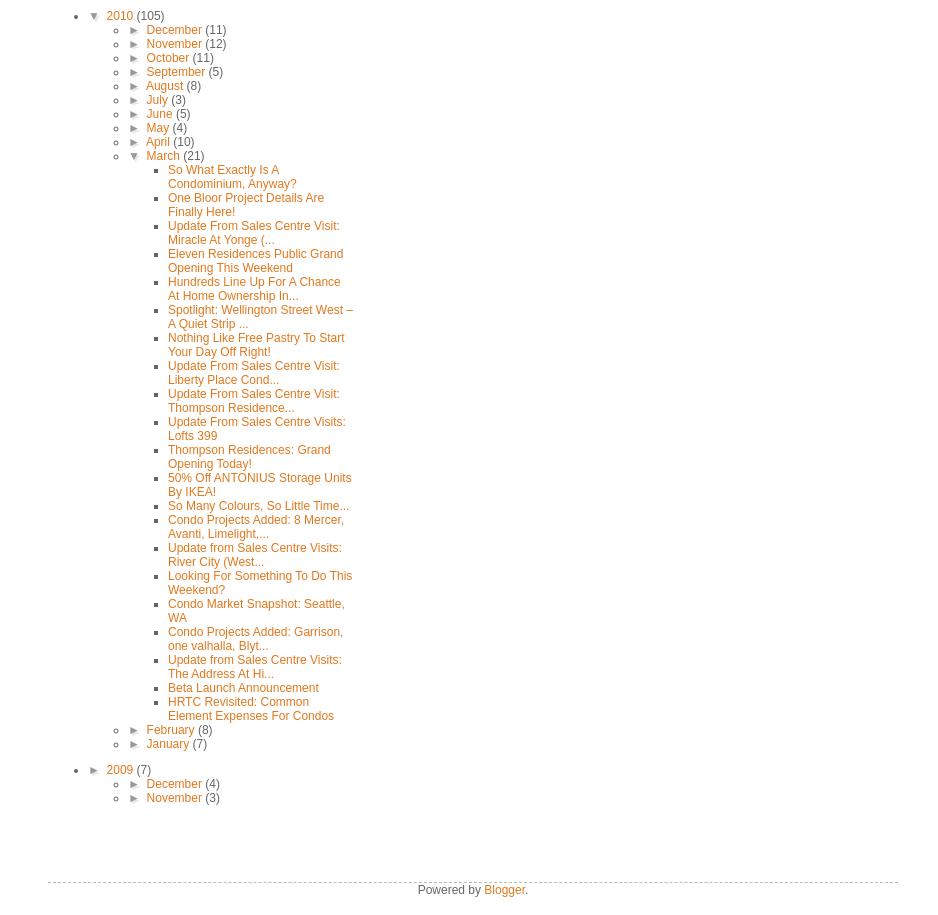 The height and width of the screenshot is (915, 938). I want to click on 'Update from Sales Centre Visits:  River City (West...', so click(167, 554).